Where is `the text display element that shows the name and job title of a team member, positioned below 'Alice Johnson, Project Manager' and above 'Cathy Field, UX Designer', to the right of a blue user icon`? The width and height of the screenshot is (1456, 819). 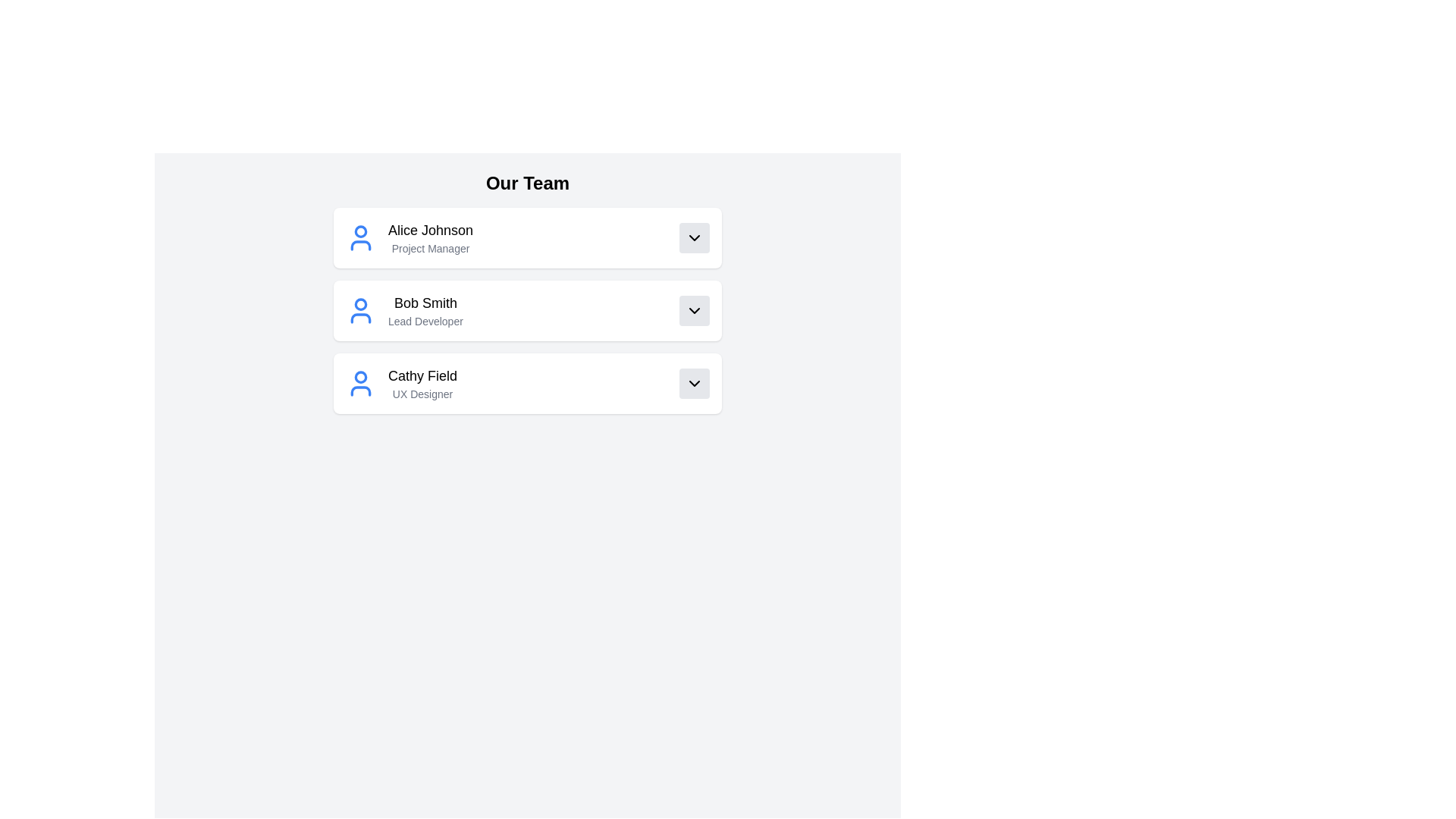 the text display element that shows the name and job title of a team member, positioned below 'Alice Johnson, Project Manager' and above 'Cathy Field, UX Designer', to the right of a blue user icon is located at coordinates (425, 309).